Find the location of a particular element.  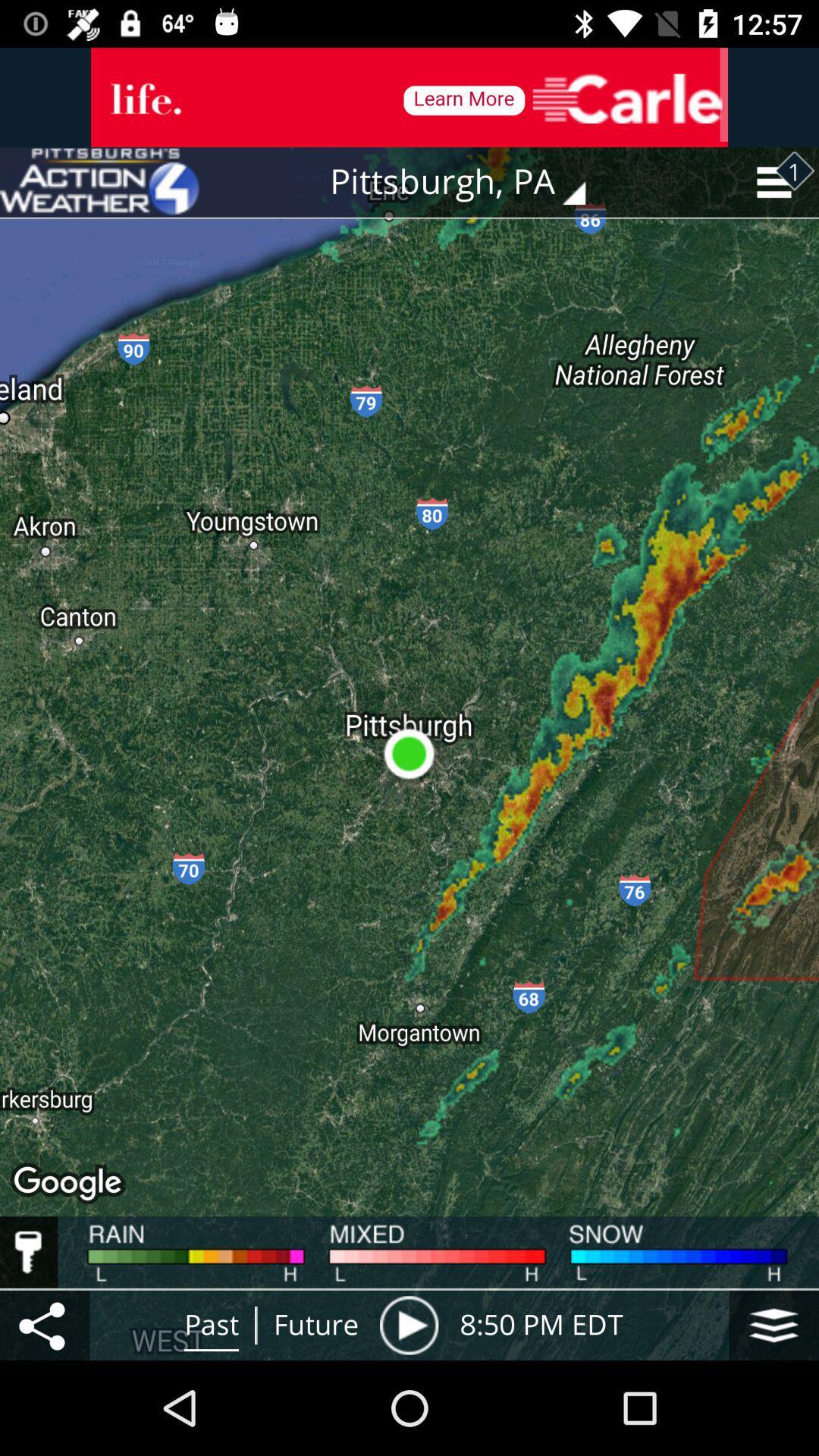

the item to the right of 8 50 pm is located at coordinates (773, 1324).